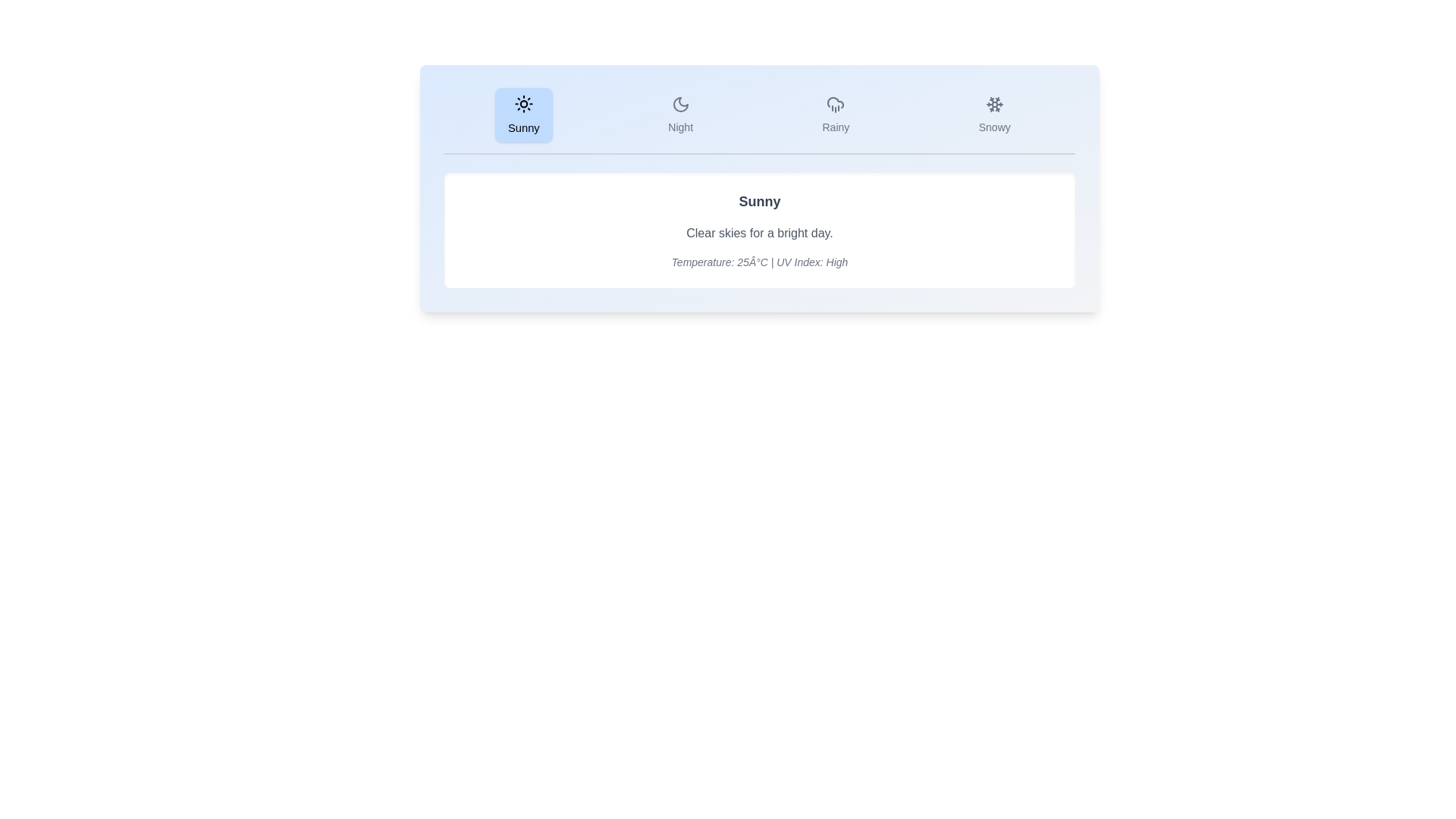  What do you see at coordinates (524, 114) in the screenshot?
I see `the tab corresponding to Sunny to activate it` at bounding box center [524, 114].